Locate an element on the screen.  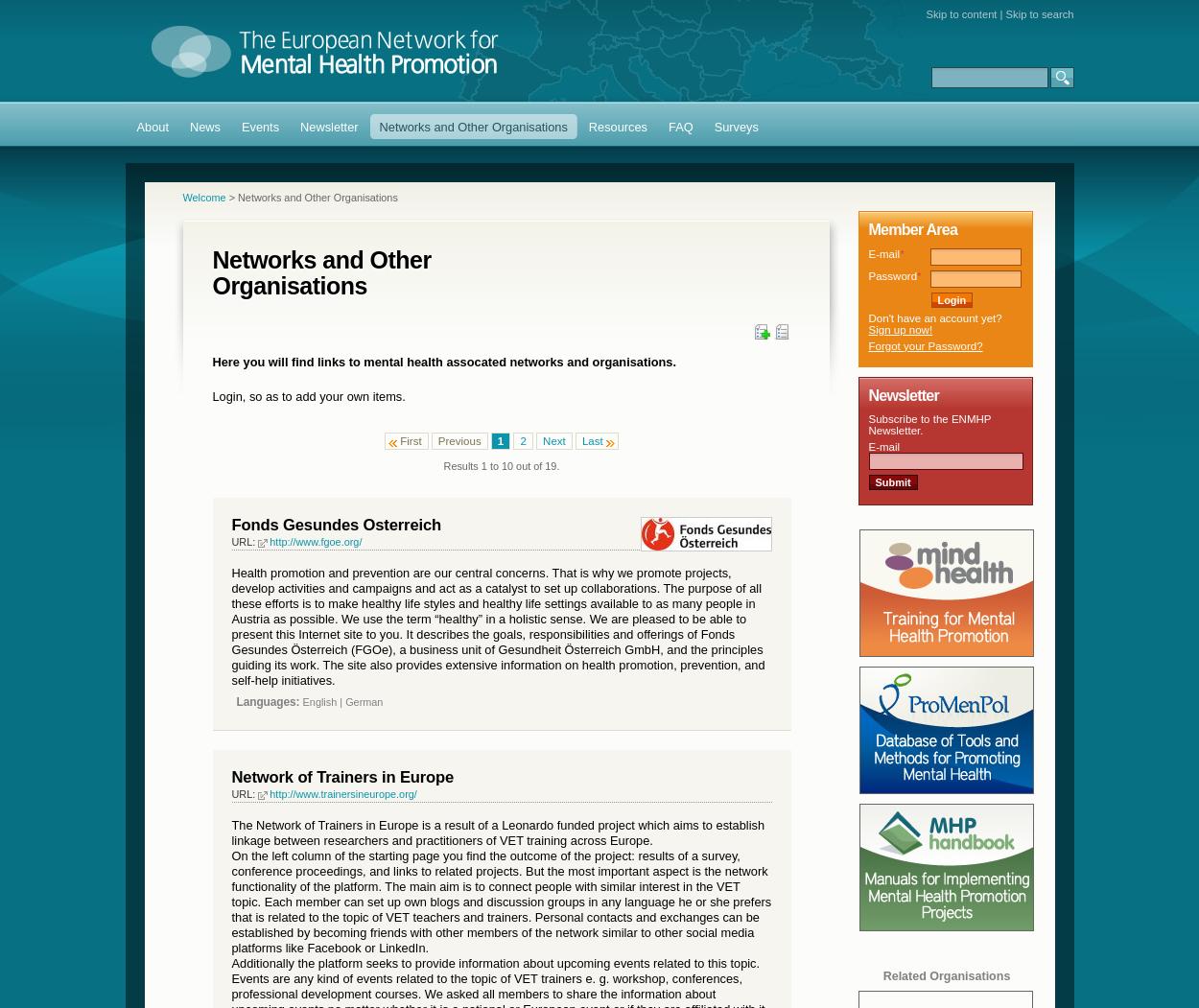
'Previous' is located at coordinates (458, 438).